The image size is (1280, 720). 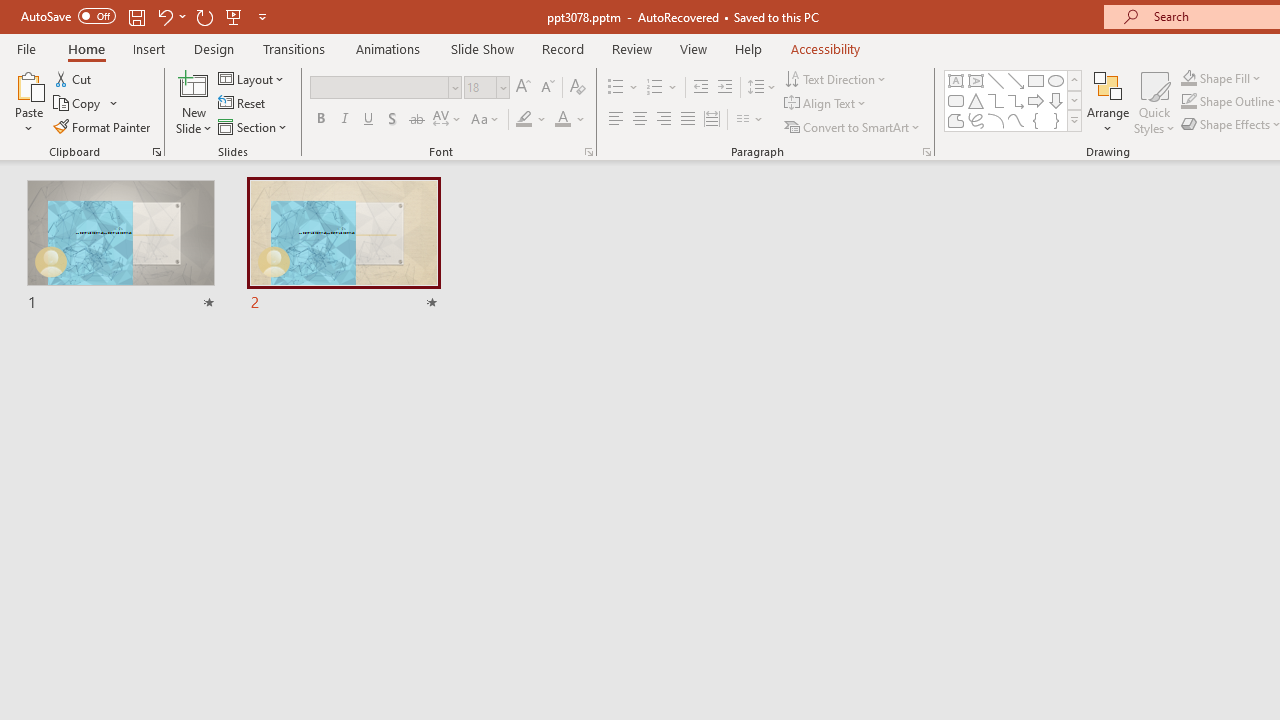 I want to click on 'Align Text', so click(x=826, y=103).